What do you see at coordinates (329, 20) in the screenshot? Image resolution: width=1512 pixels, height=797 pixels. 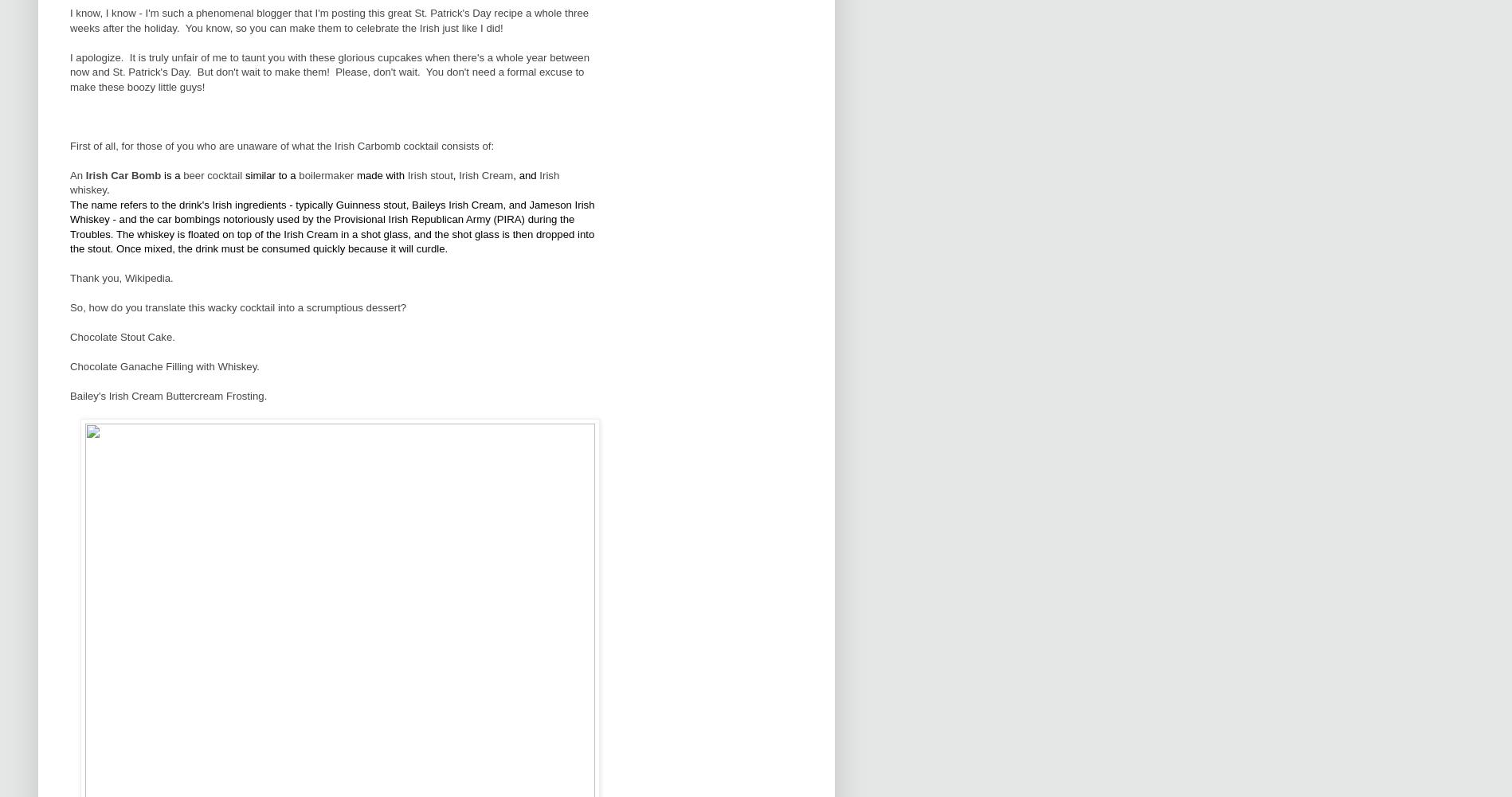 I see `'I know, I know - I'm such a phenomenal blogger that I'm posting this great St. Patrick's Day recipe a whole three weeks after the holiday.  You know, so you can make them to celebrate the Irish just like I did!'` at bounding box center [329, 20].